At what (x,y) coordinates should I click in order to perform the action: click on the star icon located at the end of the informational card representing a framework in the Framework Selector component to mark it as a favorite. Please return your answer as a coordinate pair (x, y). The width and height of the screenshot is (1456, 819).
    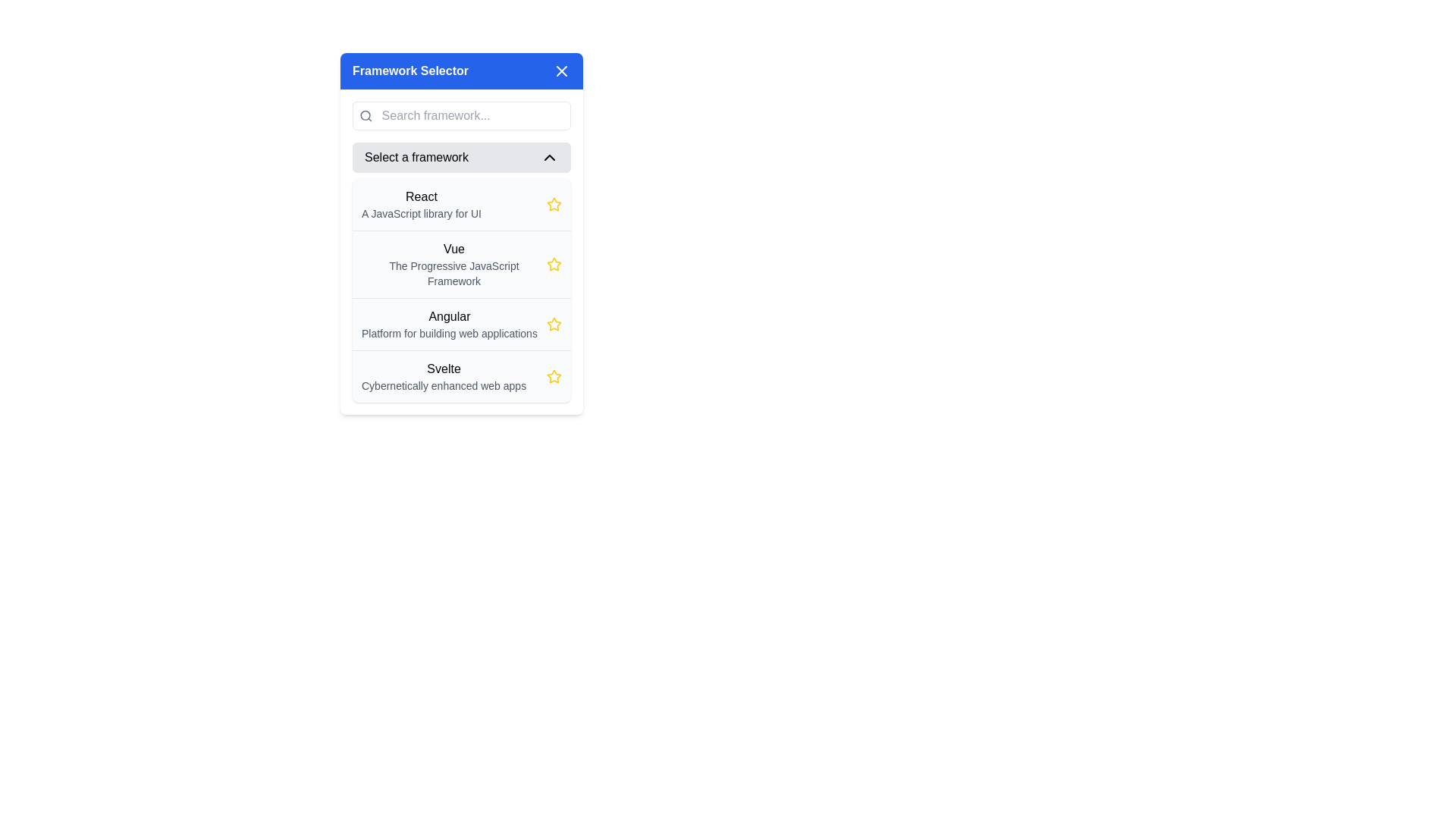
    Looking at the image, I should click on (461, 251).